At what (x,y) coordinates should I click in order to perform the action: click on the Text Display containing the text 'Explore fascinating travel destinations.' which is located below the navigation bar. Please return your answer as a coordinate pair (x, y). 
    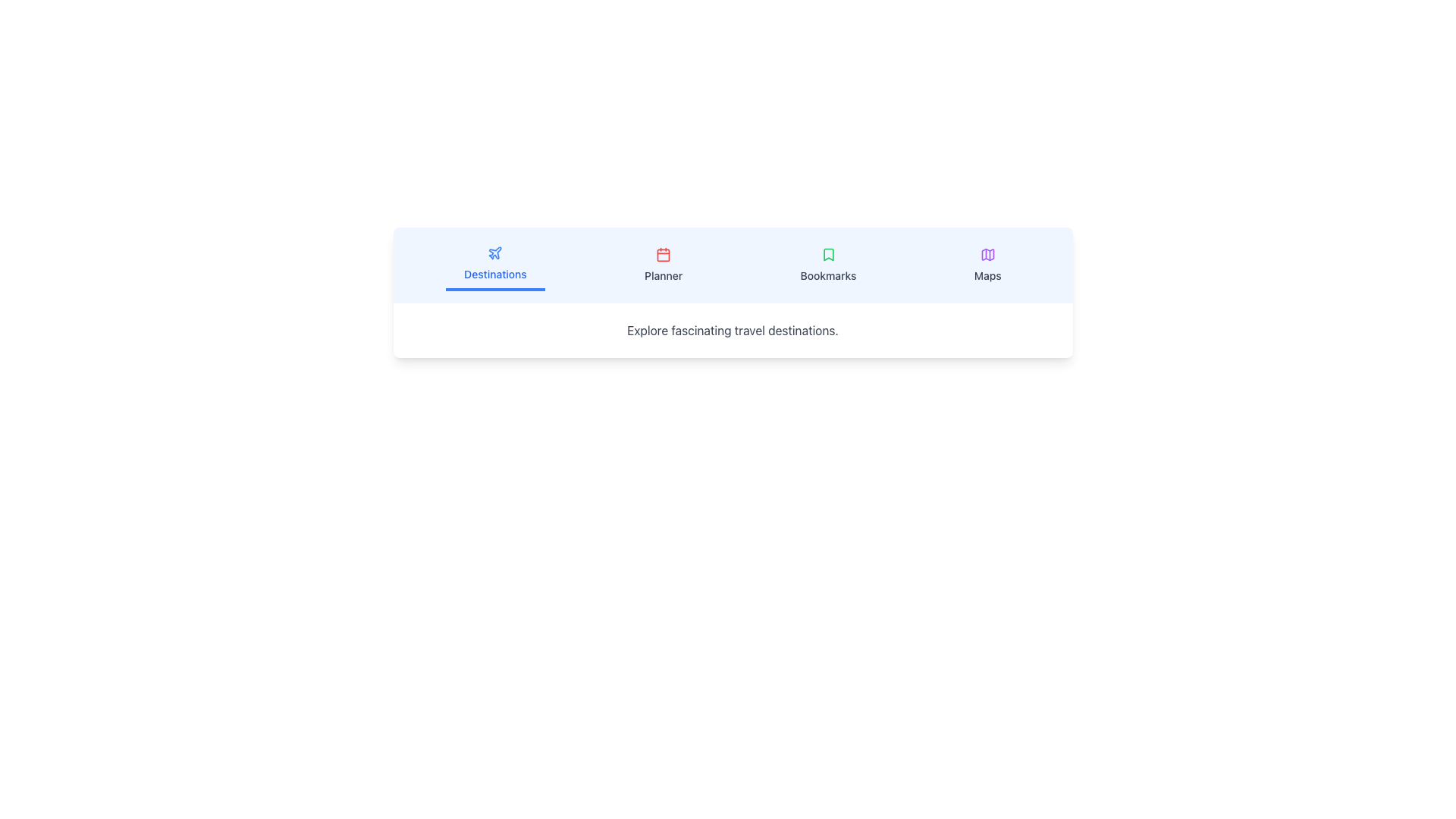
    Looking at the image, I should click on (733, 329).